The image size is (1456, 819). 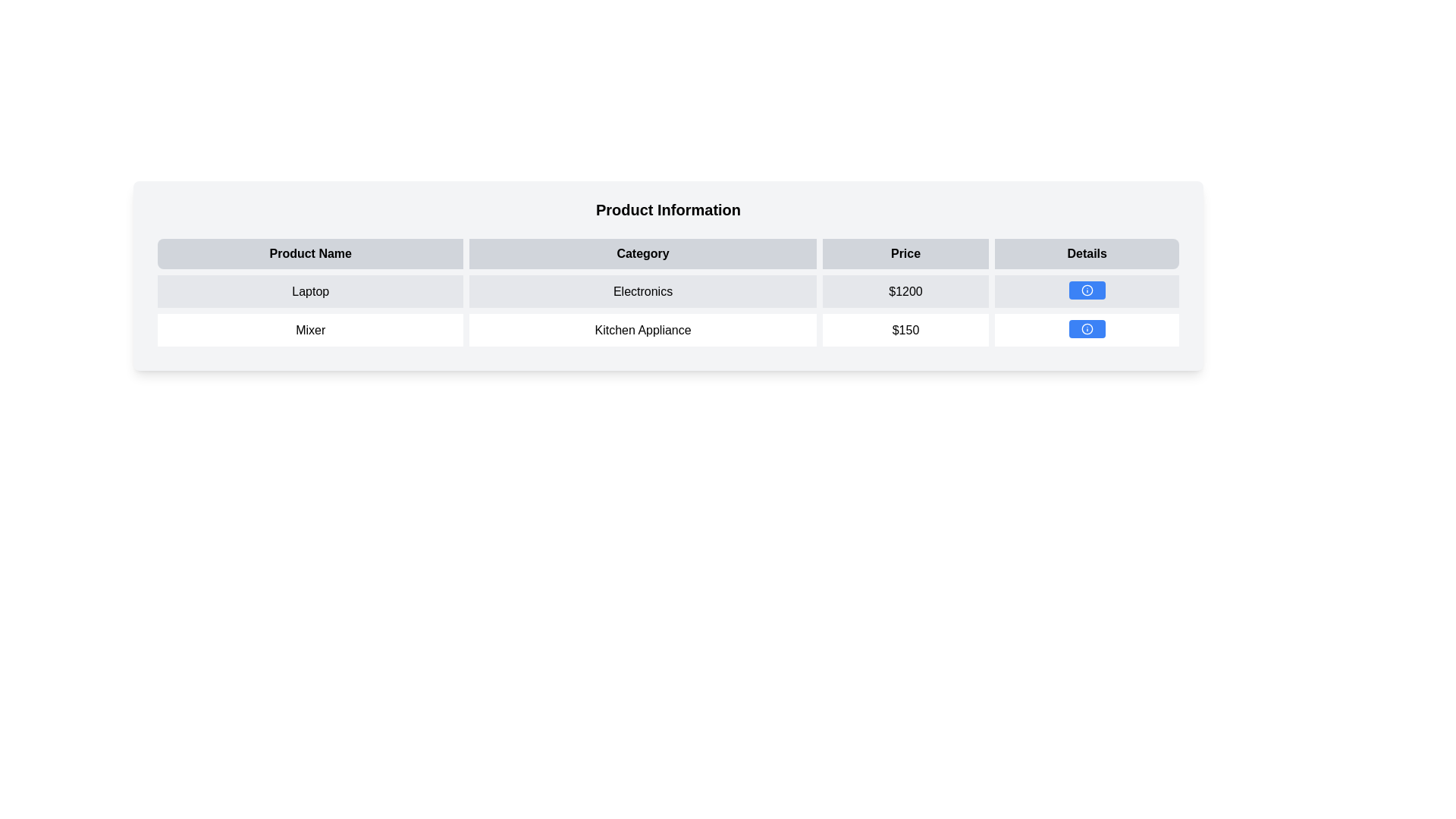 I want to click on the button in the 'Details' column of the first row associated with the 'Laptop' product, so click(x=1086, y=290).